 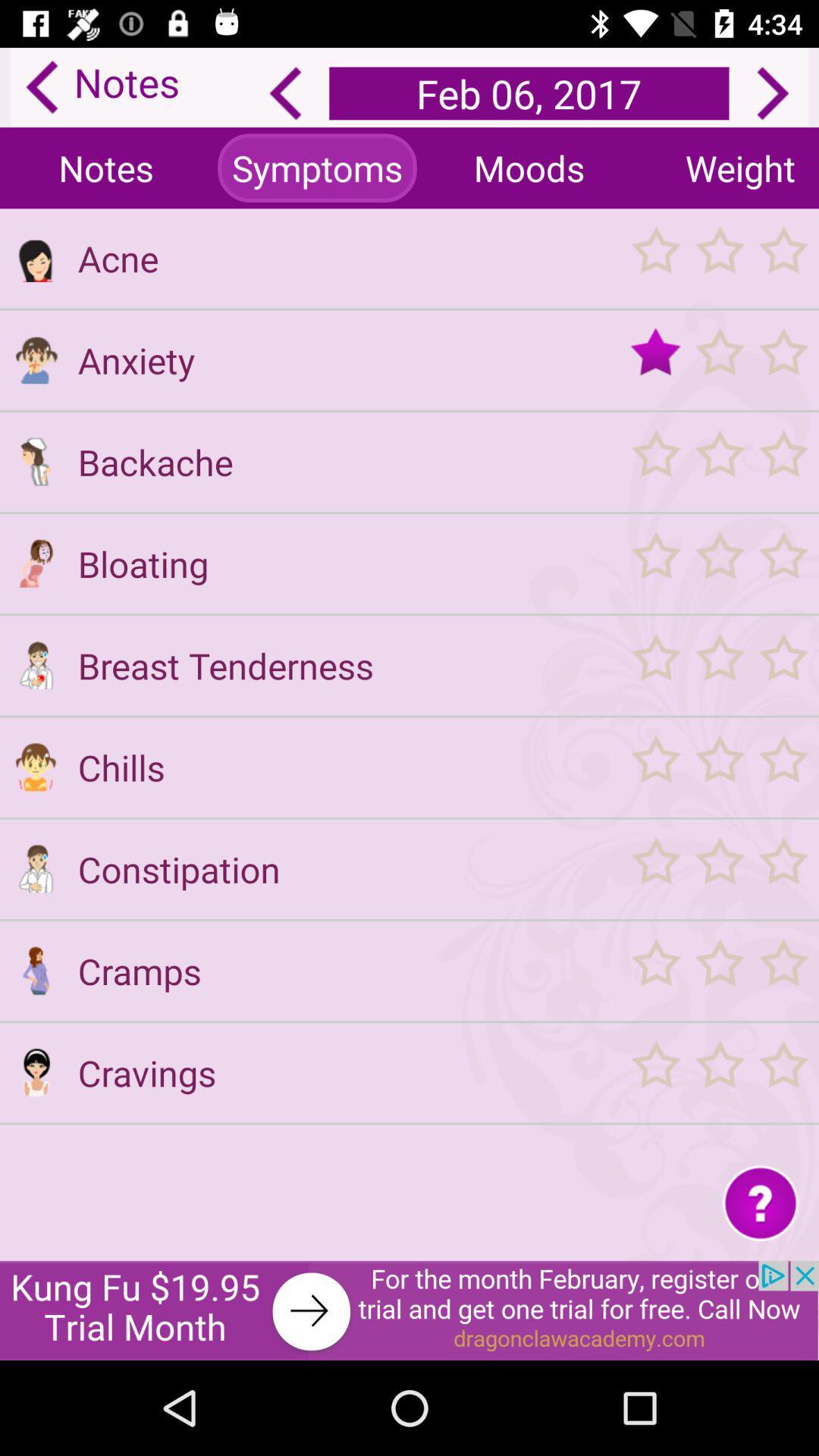 I want to click on choose symptom gravity, so click(x=718, y=971).